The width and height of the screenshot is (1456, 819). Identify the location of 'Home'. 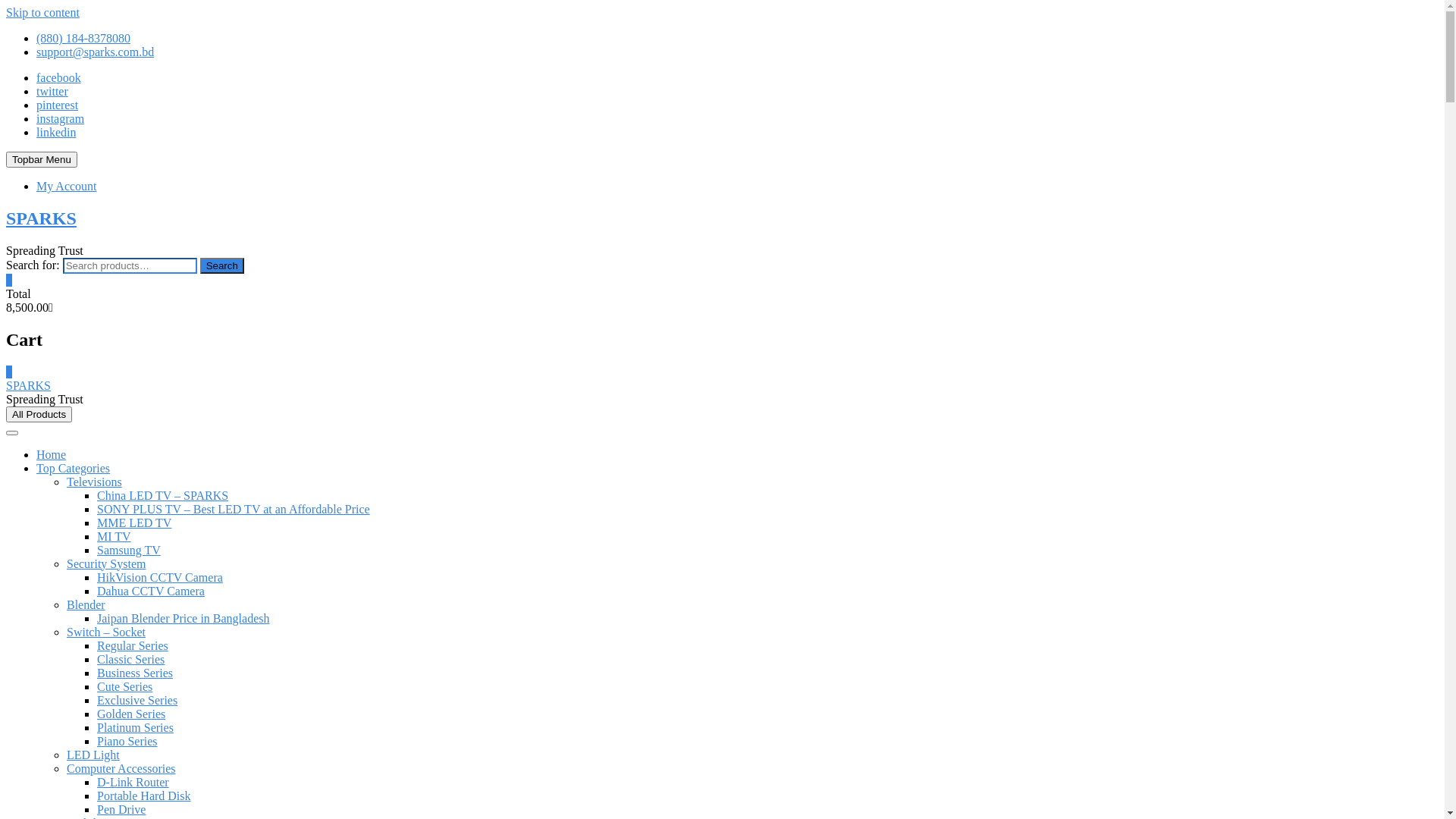
(51, 453).